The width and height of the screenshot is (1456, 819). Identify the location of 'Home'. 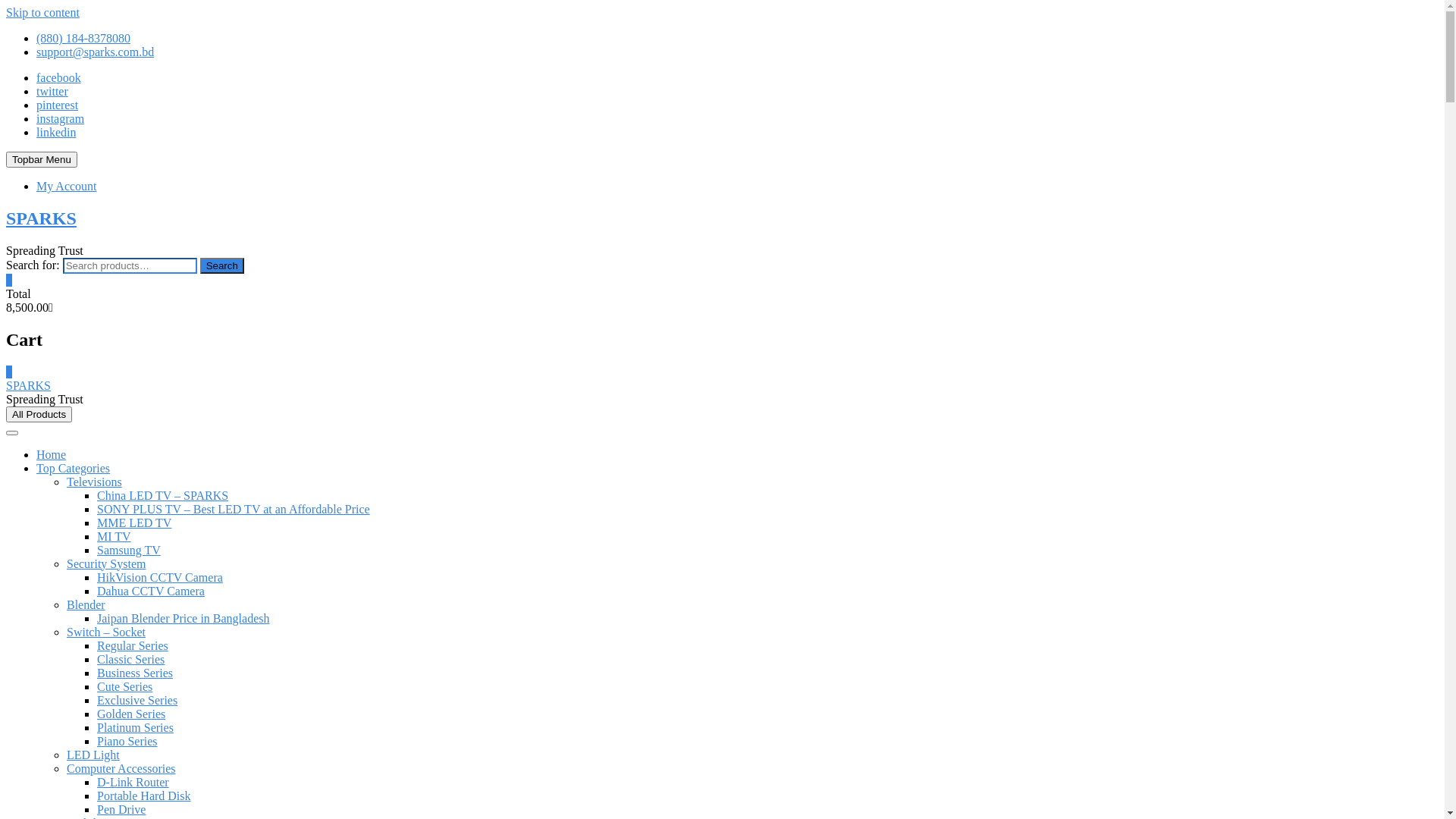
(51, 453).